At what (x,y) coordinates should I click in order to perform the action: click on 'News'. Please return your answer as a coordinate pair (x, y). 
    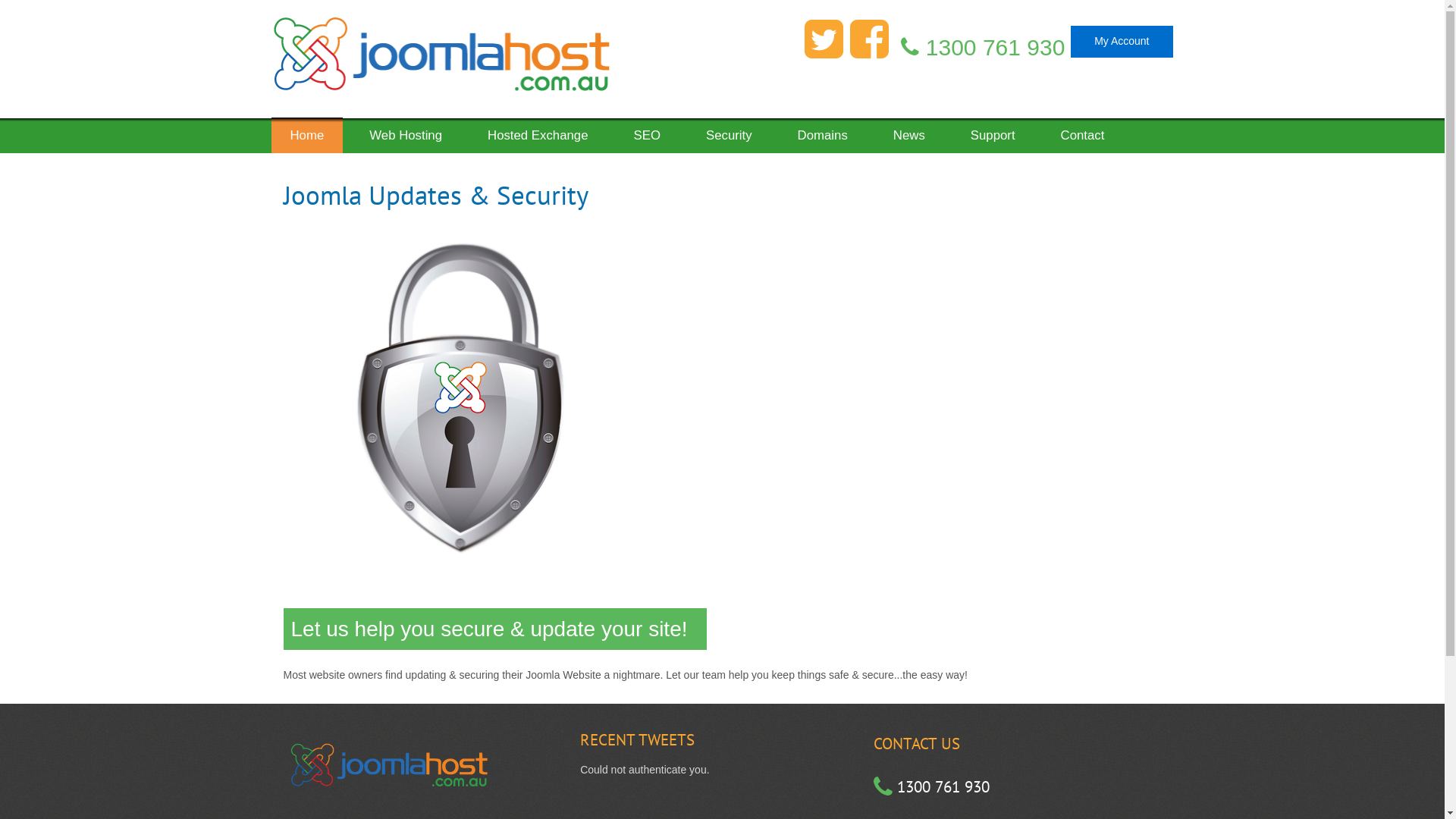
    Looking at the image, I should click on (909, 130).